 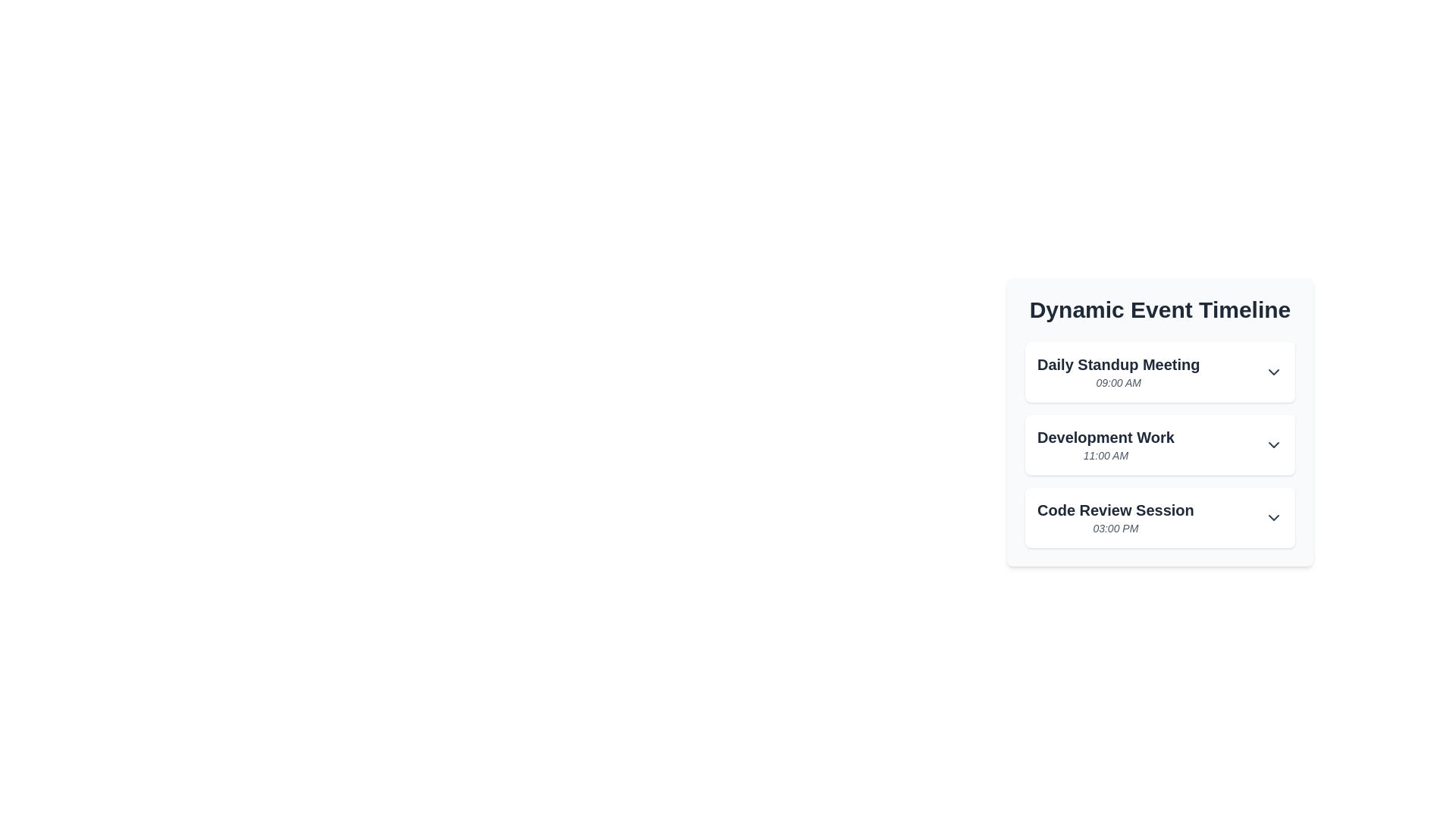 I want to click on the prominent text label displaying 'Development Work' in the second row of the 'Dynamic Event Timeline' list, so click(x=1106, y=438).